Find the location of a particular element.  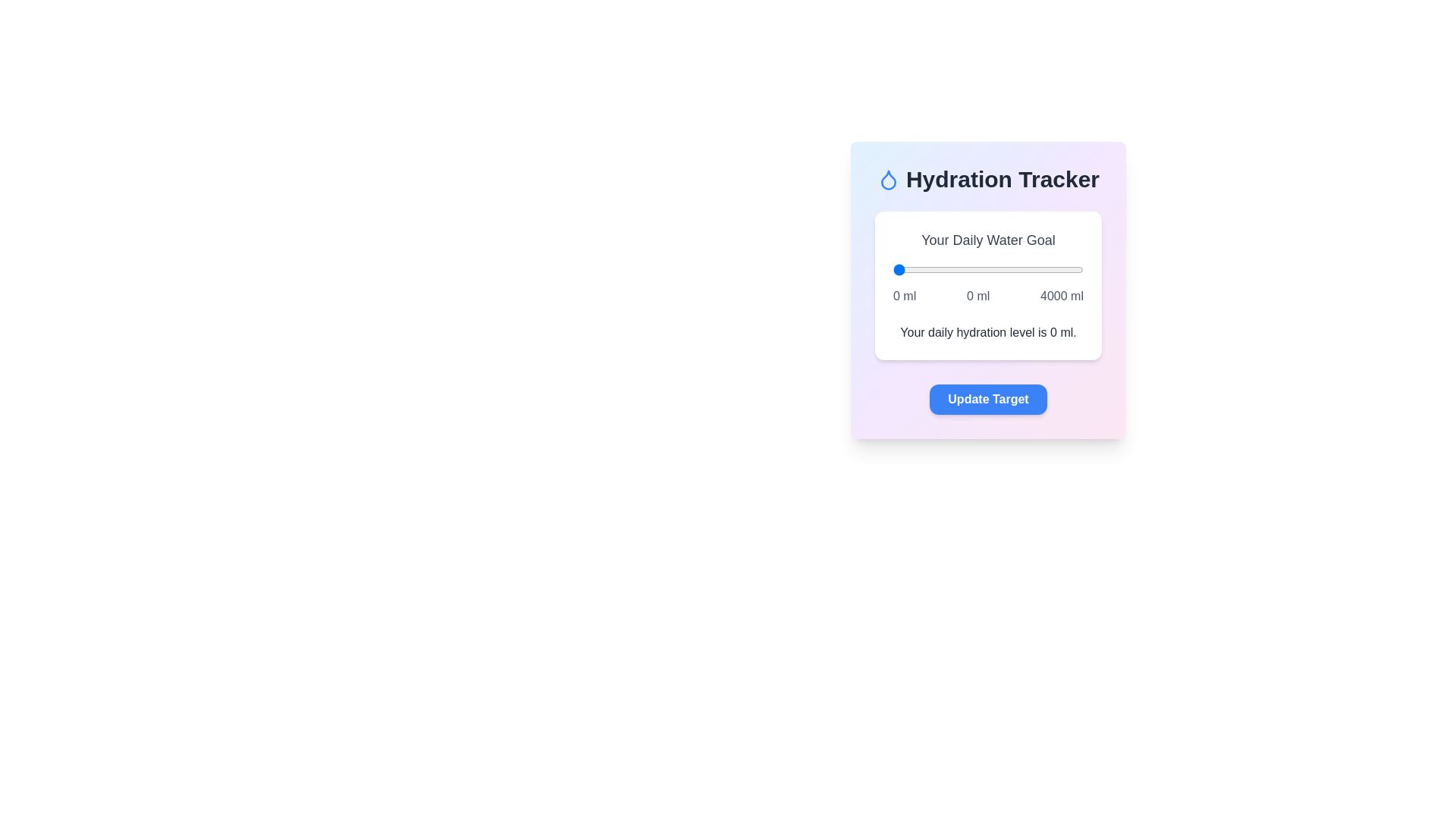

the water intake slider to 1646 ml is located at coordinates (971, 268).